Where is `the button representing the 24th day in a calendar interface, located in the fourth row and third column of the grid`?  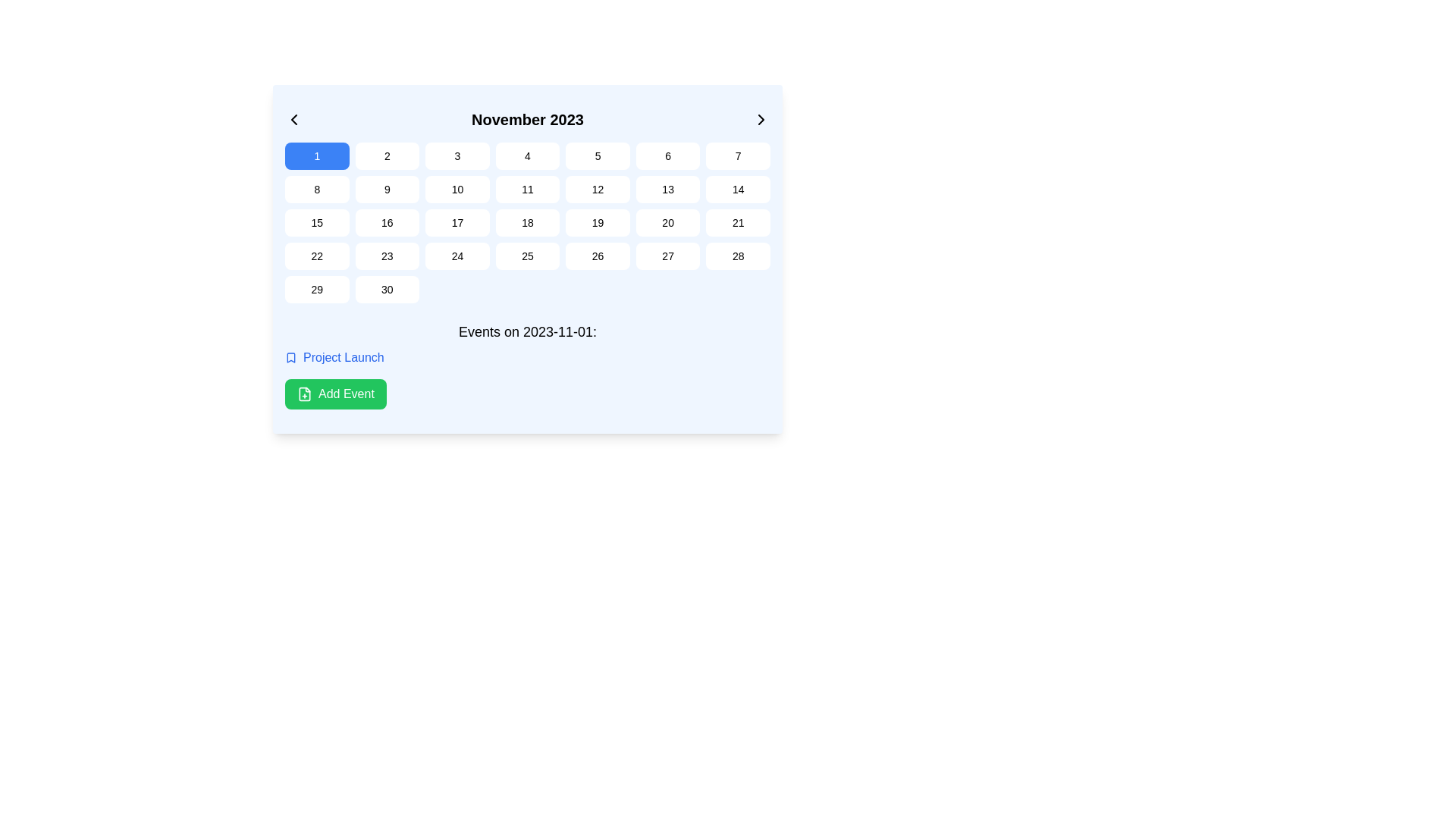
the button representing the 24th day in a calendar interface, located in the fourth row and third column of the grid is located at coordinates (457, 256).